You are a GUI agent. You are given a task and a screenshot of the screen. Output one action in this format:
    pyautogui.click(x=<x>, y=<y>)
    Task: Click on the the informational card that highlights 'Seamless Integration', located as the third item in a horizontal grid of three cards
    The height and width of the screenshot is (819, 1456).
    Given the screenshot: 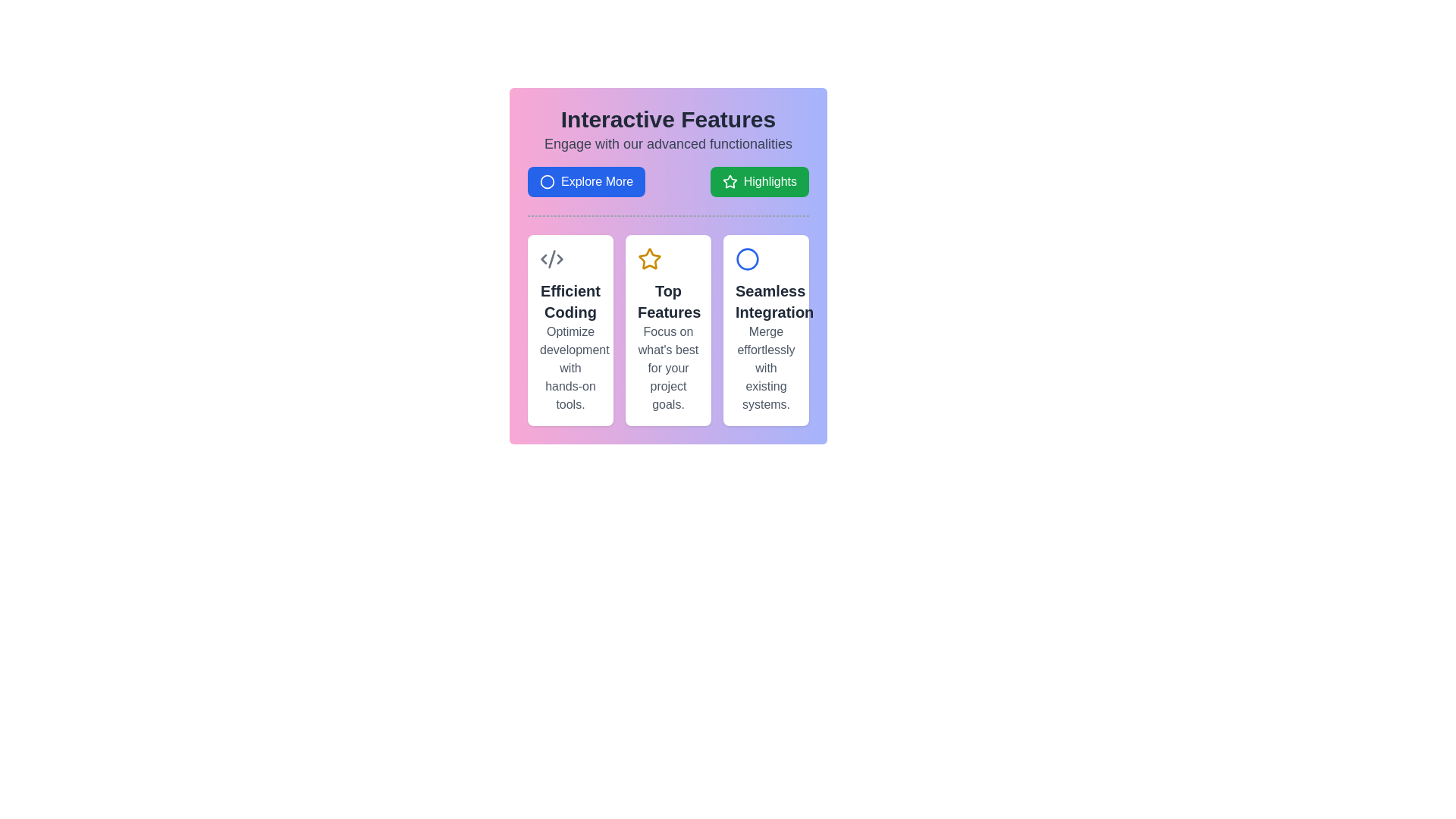 What is the action you would take?
    pyautogui.click(x=766, y=329)
    